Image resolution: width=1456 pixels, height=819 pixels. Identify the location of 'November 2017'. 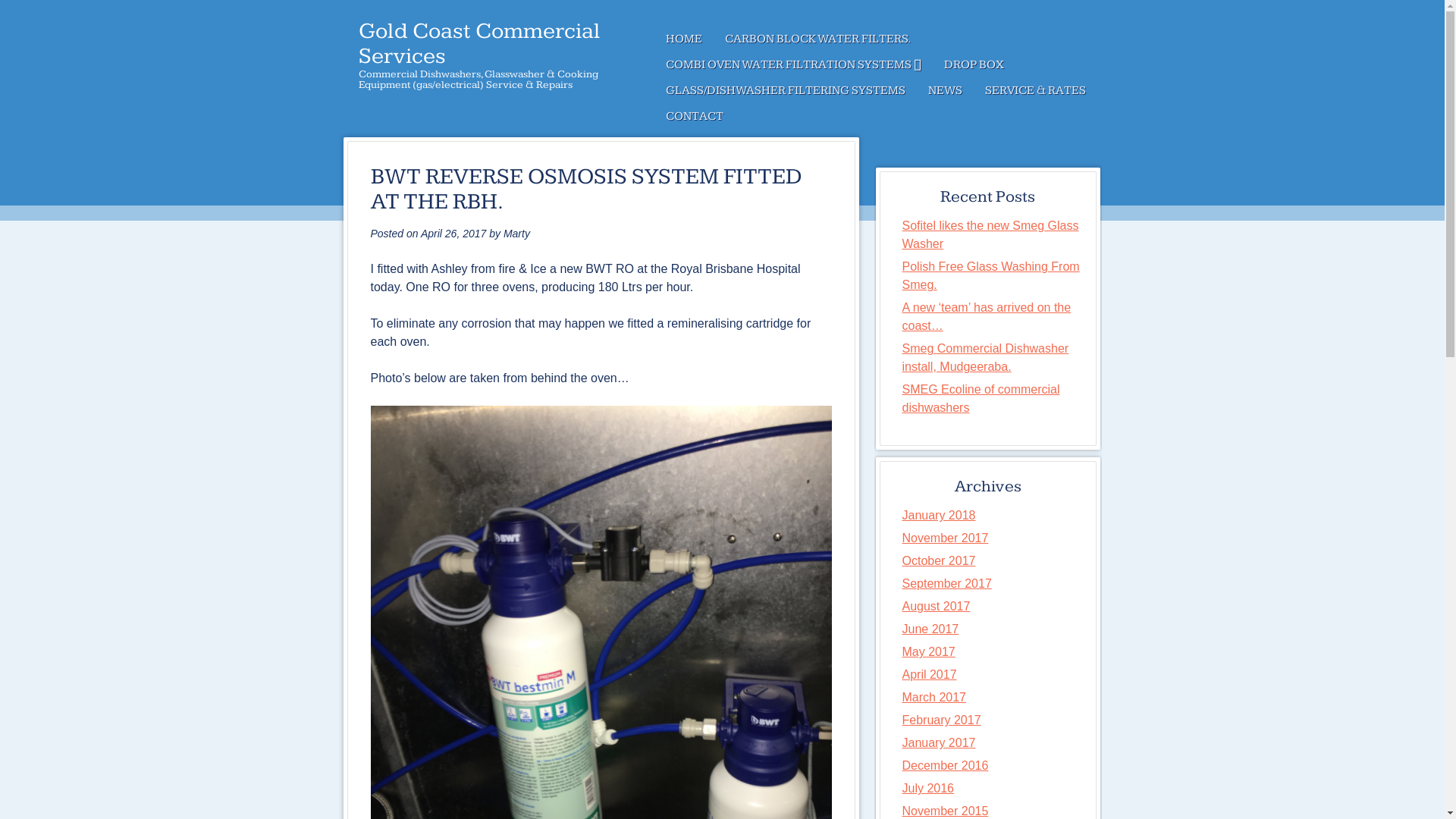
(945, 537).